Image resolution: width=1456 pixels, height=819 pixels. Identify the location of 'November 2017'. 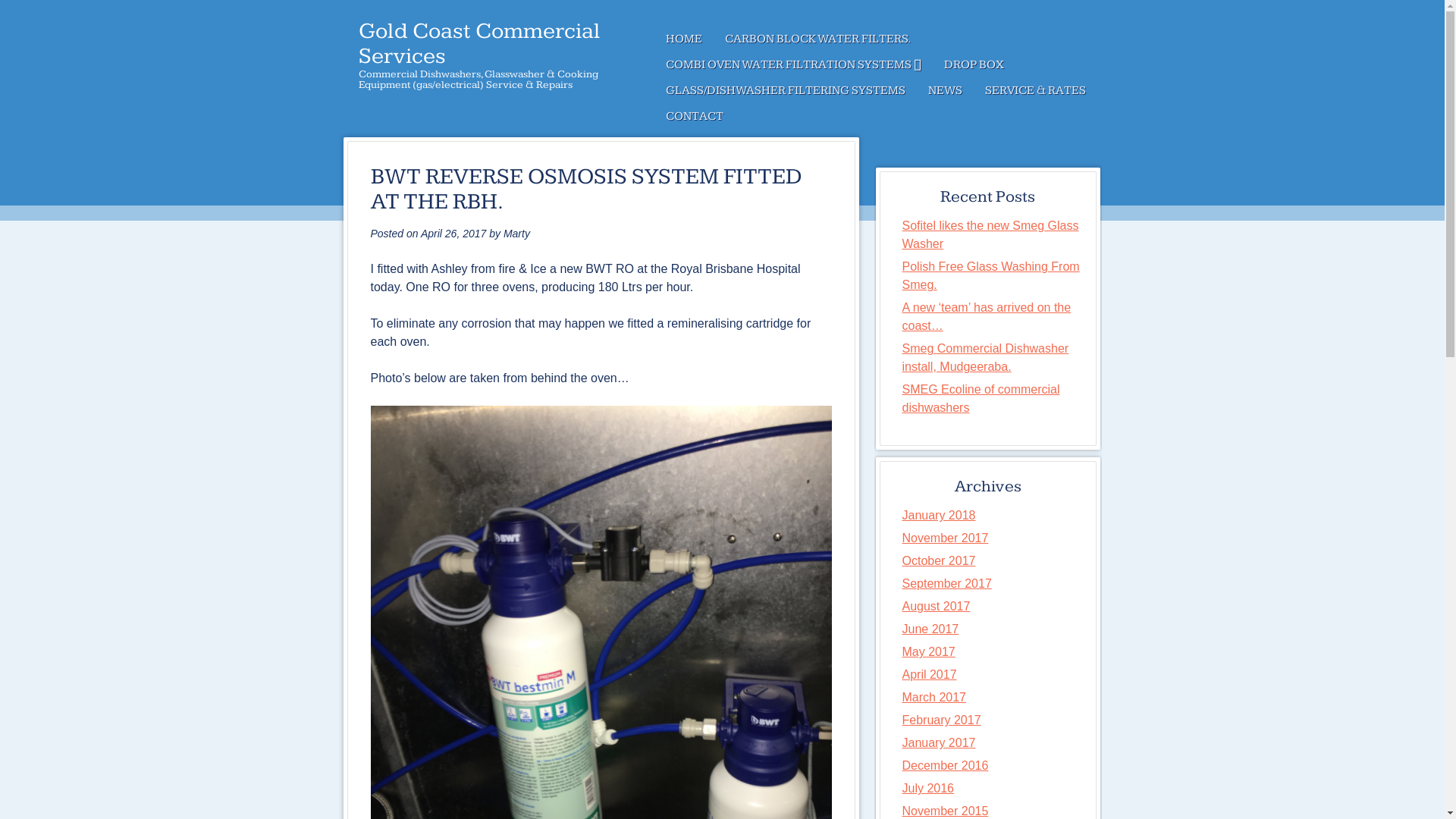
(945, 537).